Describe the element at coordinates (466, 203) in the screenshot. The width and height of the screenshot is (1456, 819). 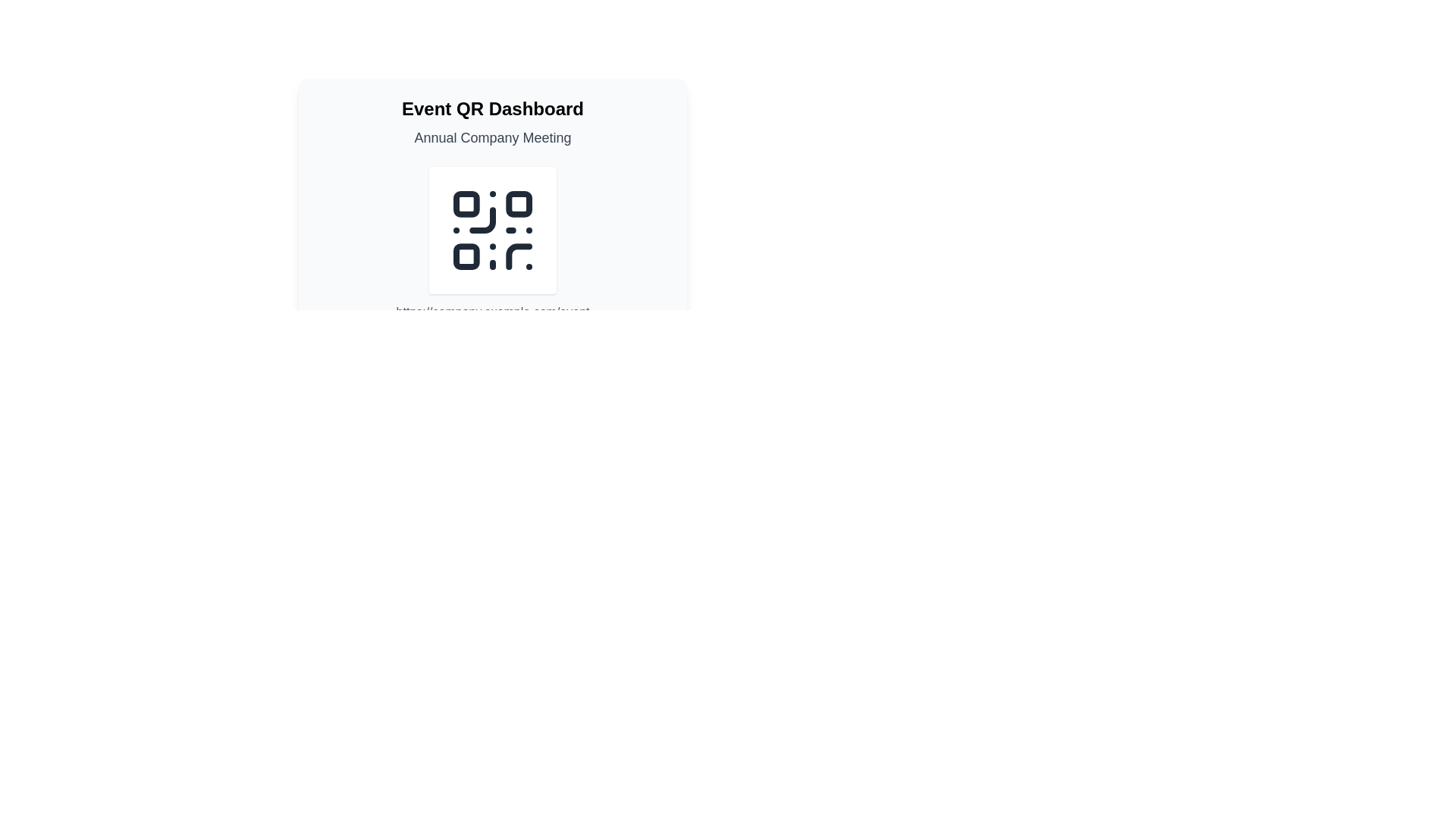
I see `the small square in the top-left segment of the QR code, which has a white background and rounded corners` at that location.